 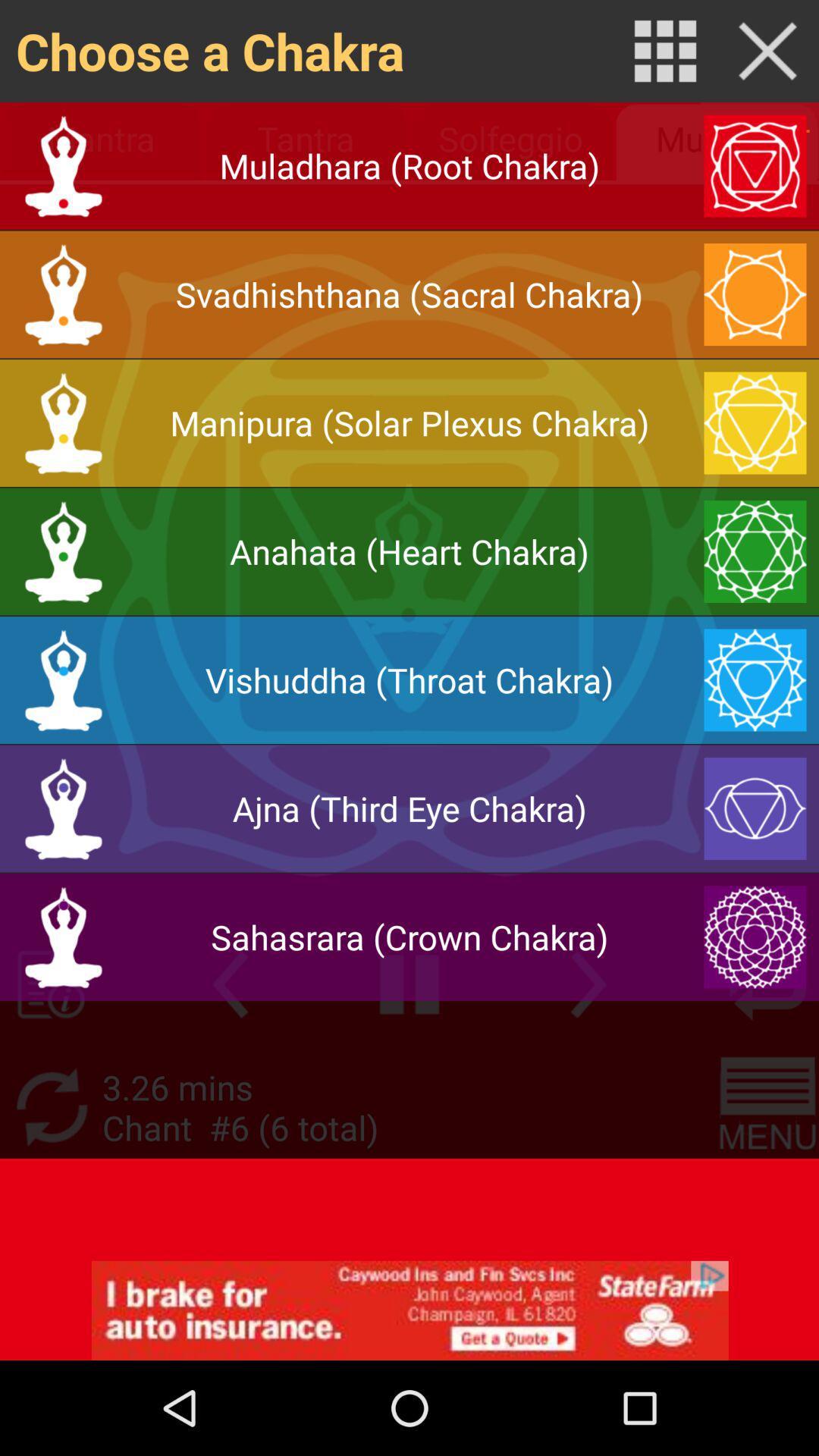 What do you see at coordinates (767, 55) in the screenshot?
I see `the close icon` at bounding box center [767, 55].